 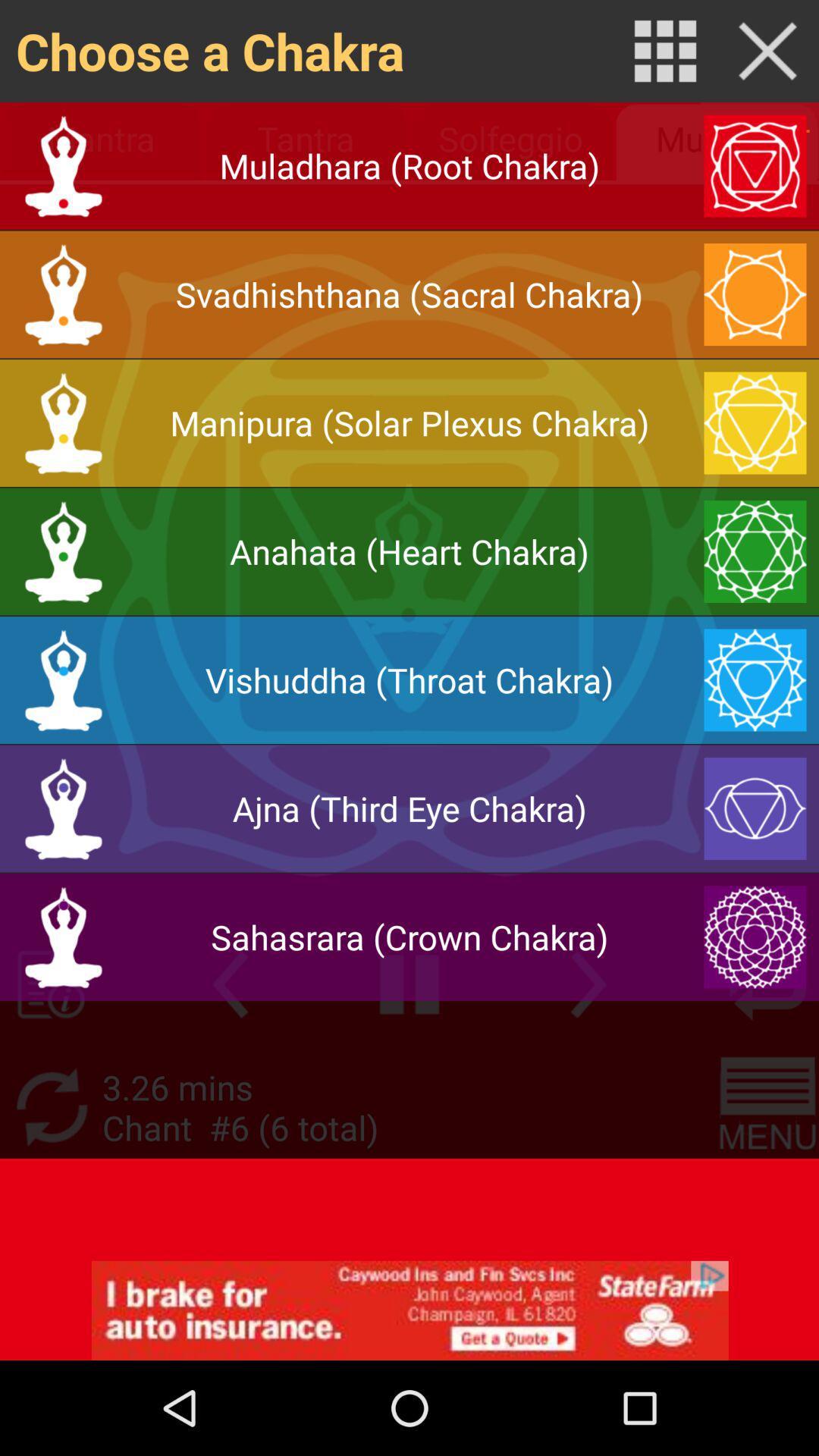 What do you see at coordinates (767, 55) in the screenshot?
I see `the close icon` at bounding box center [767, 55].